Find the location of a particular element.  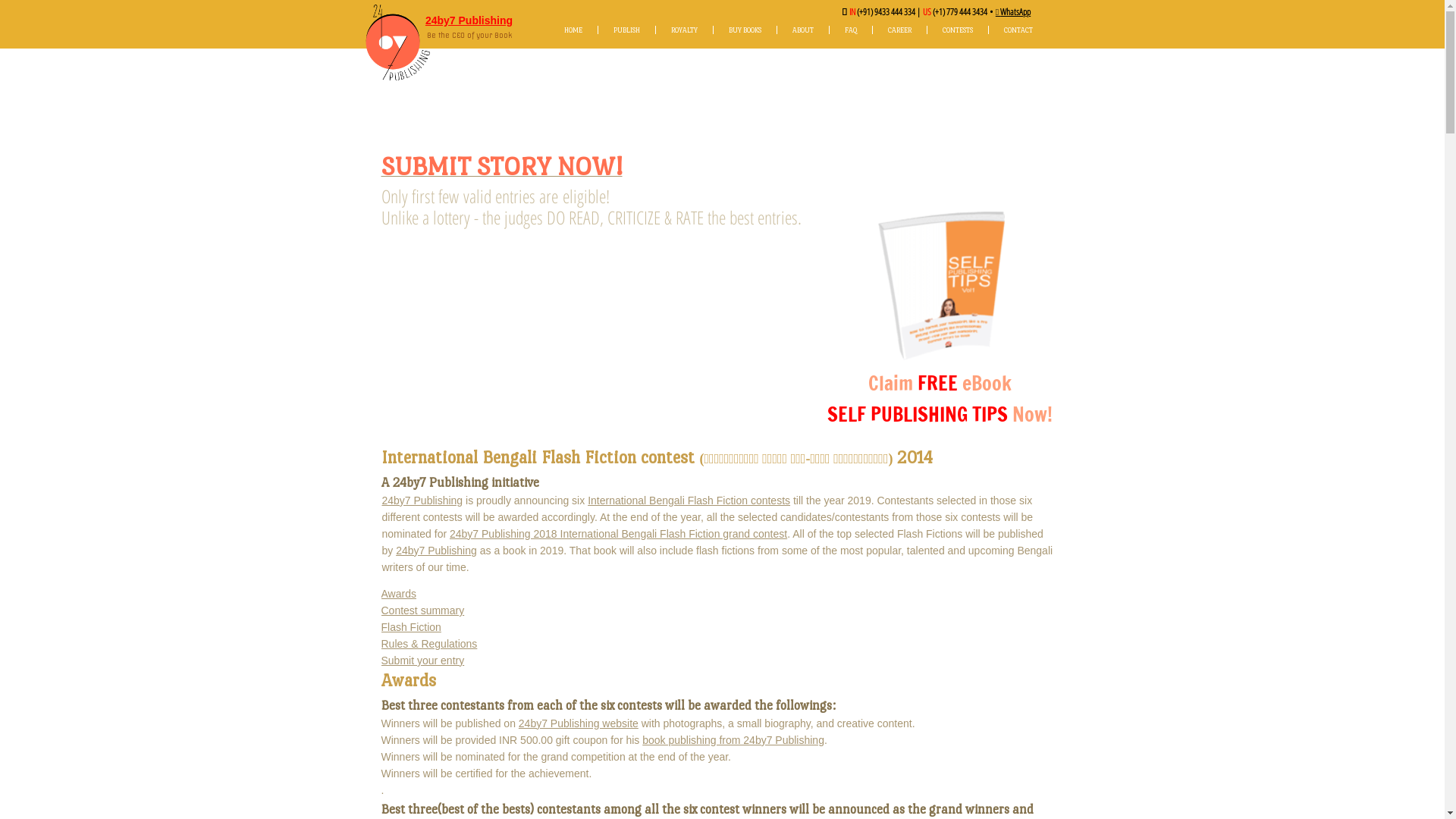

'HOME' is located at coordinates (572, 30).